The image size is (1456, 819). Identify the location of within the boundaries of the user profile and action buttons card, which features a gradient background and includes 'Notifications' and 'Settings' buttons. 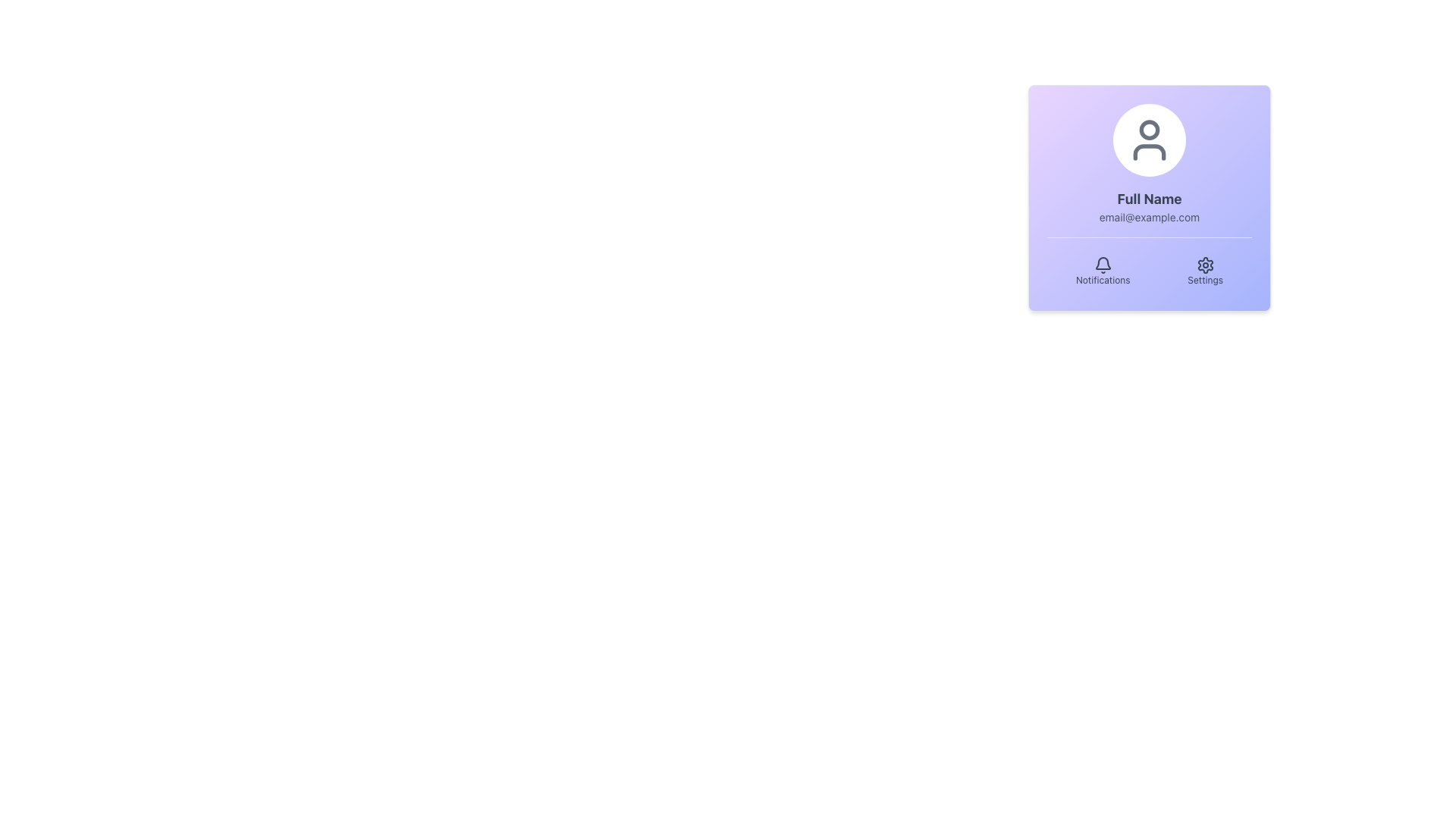
(1150, 197).